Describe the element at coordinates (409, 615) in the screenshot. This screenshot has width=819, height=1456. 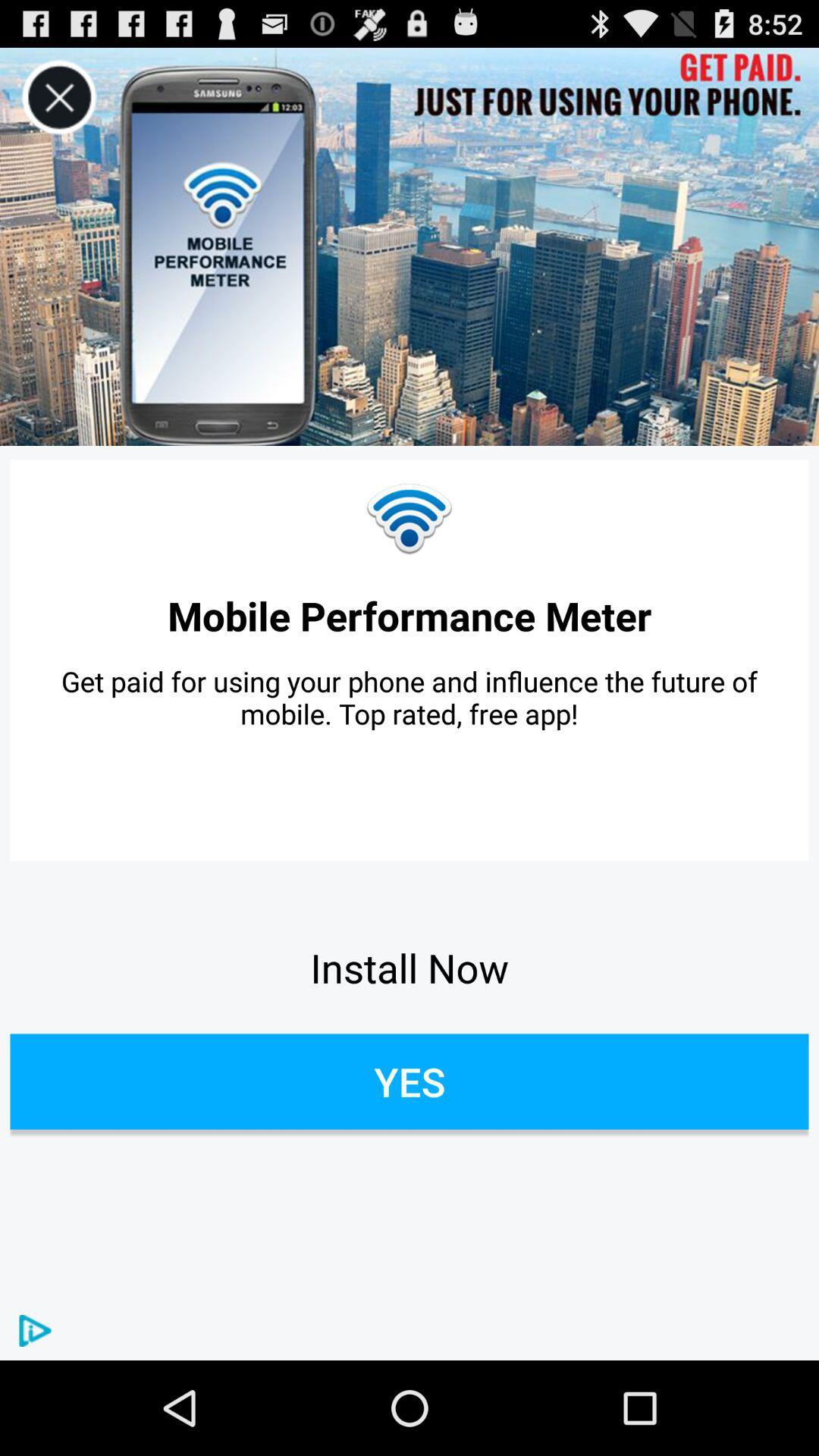
I see `the icon above get paid for item` at that location.